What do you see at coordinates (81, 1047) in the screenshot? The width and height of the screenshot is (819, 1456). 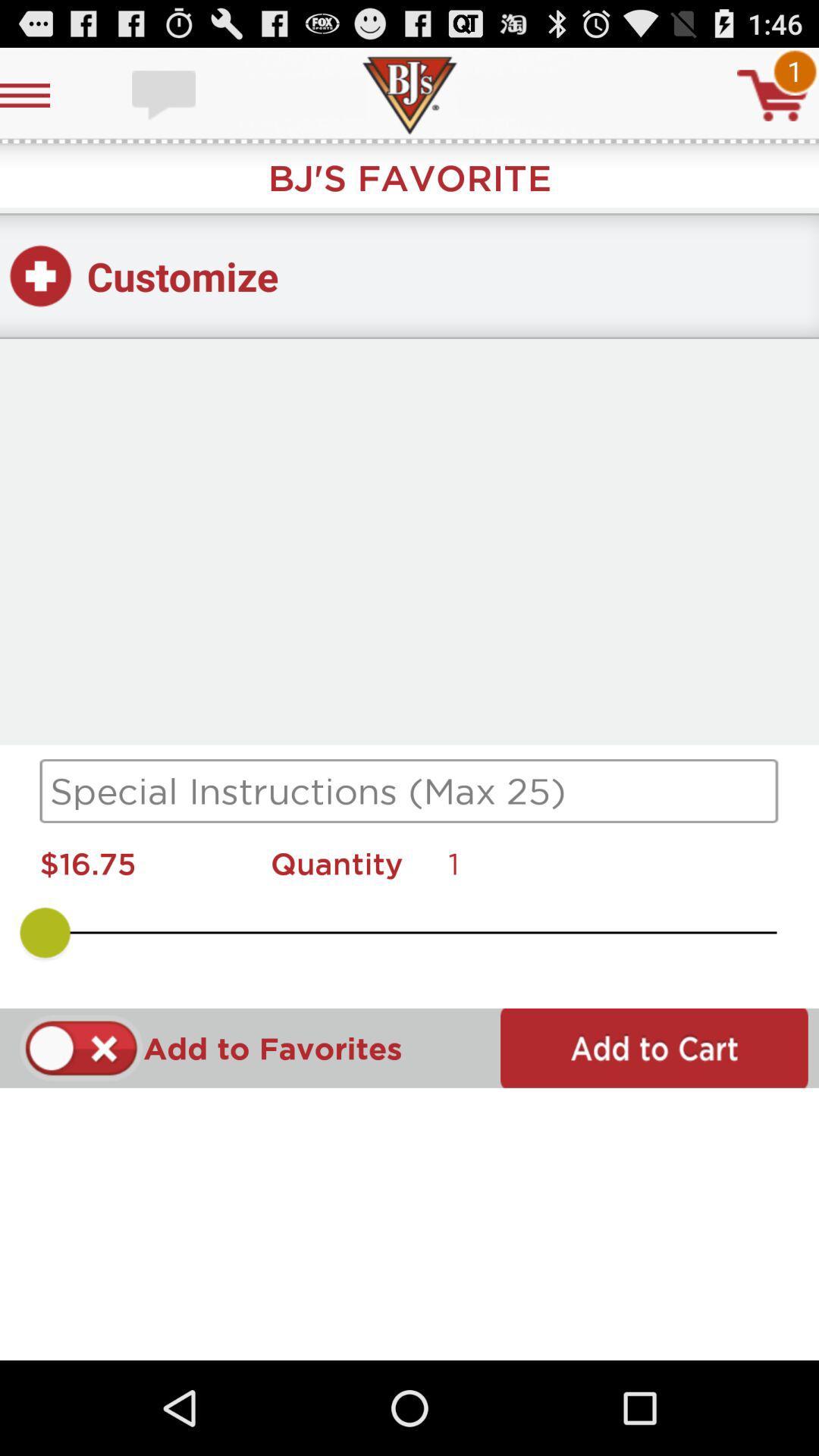 I see `add to favorites` at bounding box center [81, 1047].